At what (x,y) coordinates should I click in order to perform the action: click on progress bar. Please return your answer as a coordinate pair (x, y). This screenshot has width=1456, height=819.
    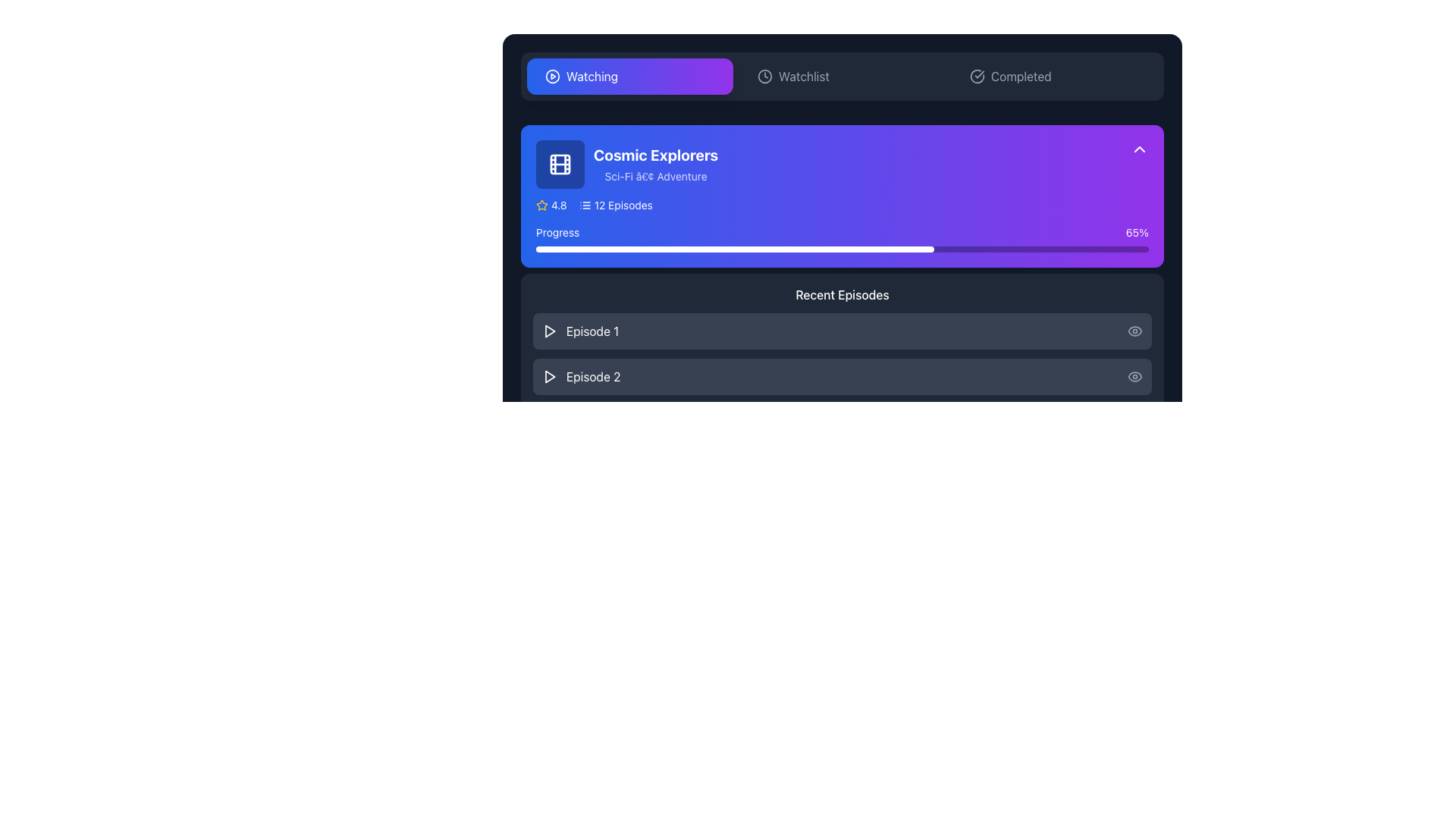
    Looking at the image, I should click on (1020, 248).